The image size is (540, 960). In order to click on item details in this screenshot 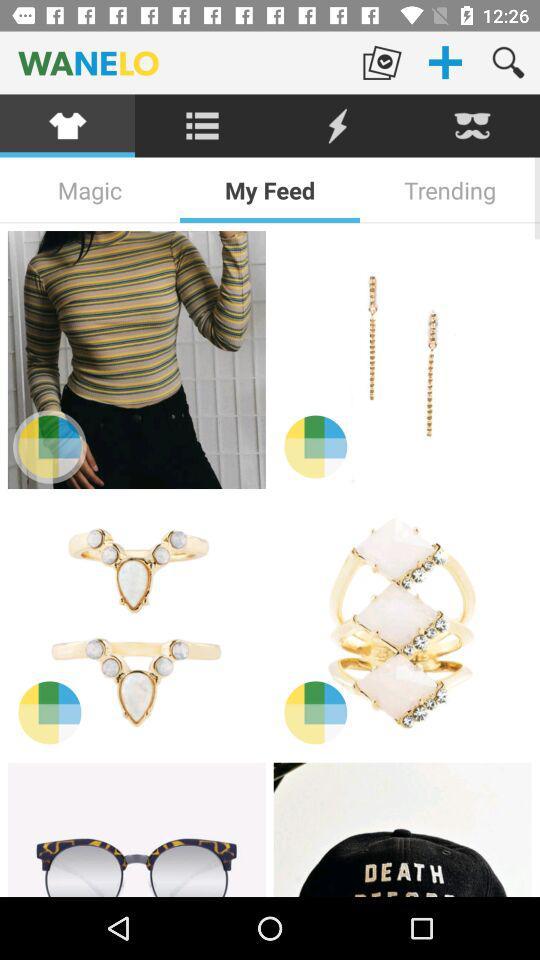, I will do `click(402, 624)`.